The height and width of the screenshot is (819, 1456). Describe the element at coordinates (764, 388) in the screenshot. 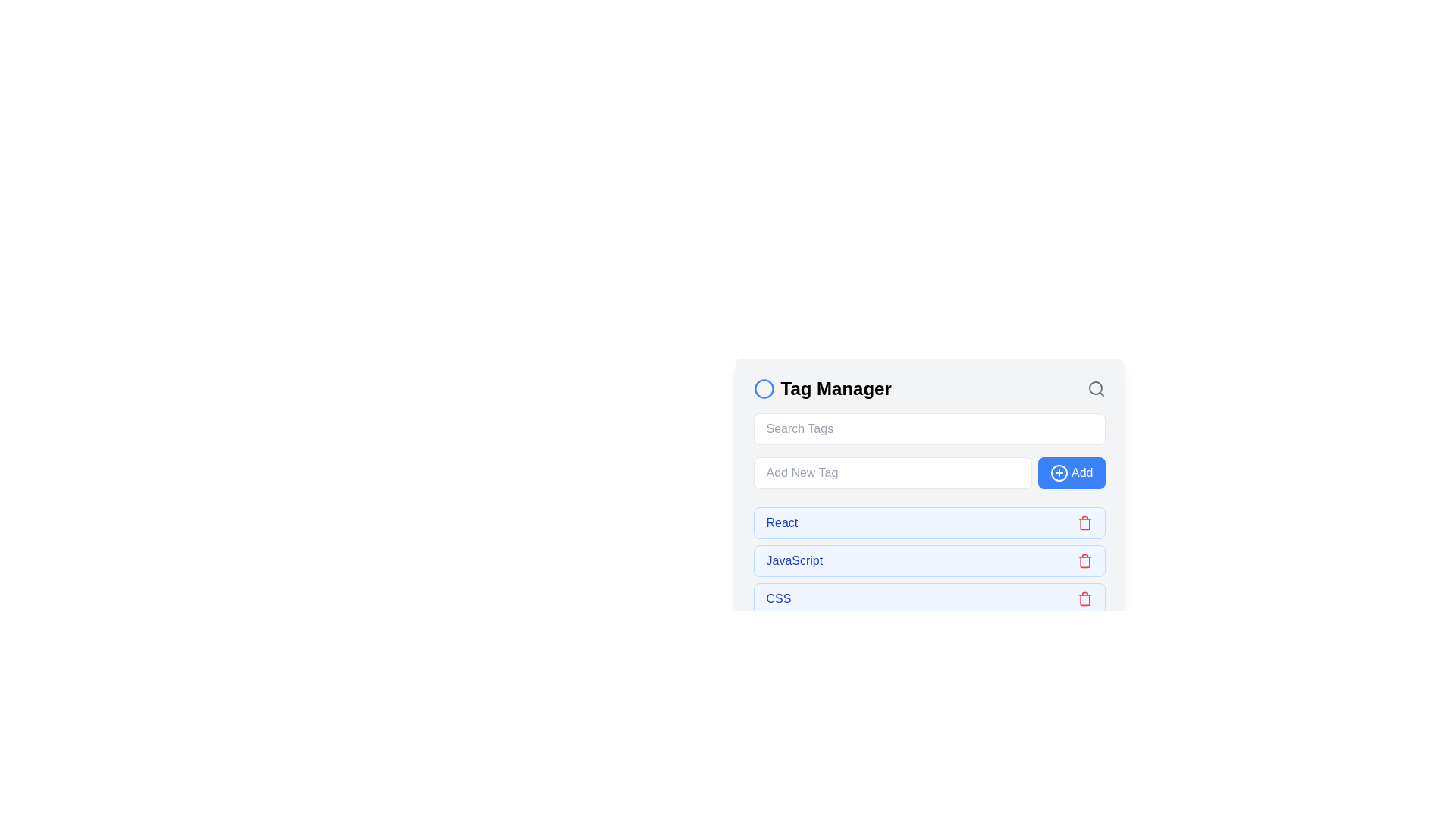

I see `the circular icon with a blue outline located to the left of the 'Tag Manager' text in the header section, if it is interactive` at that location.